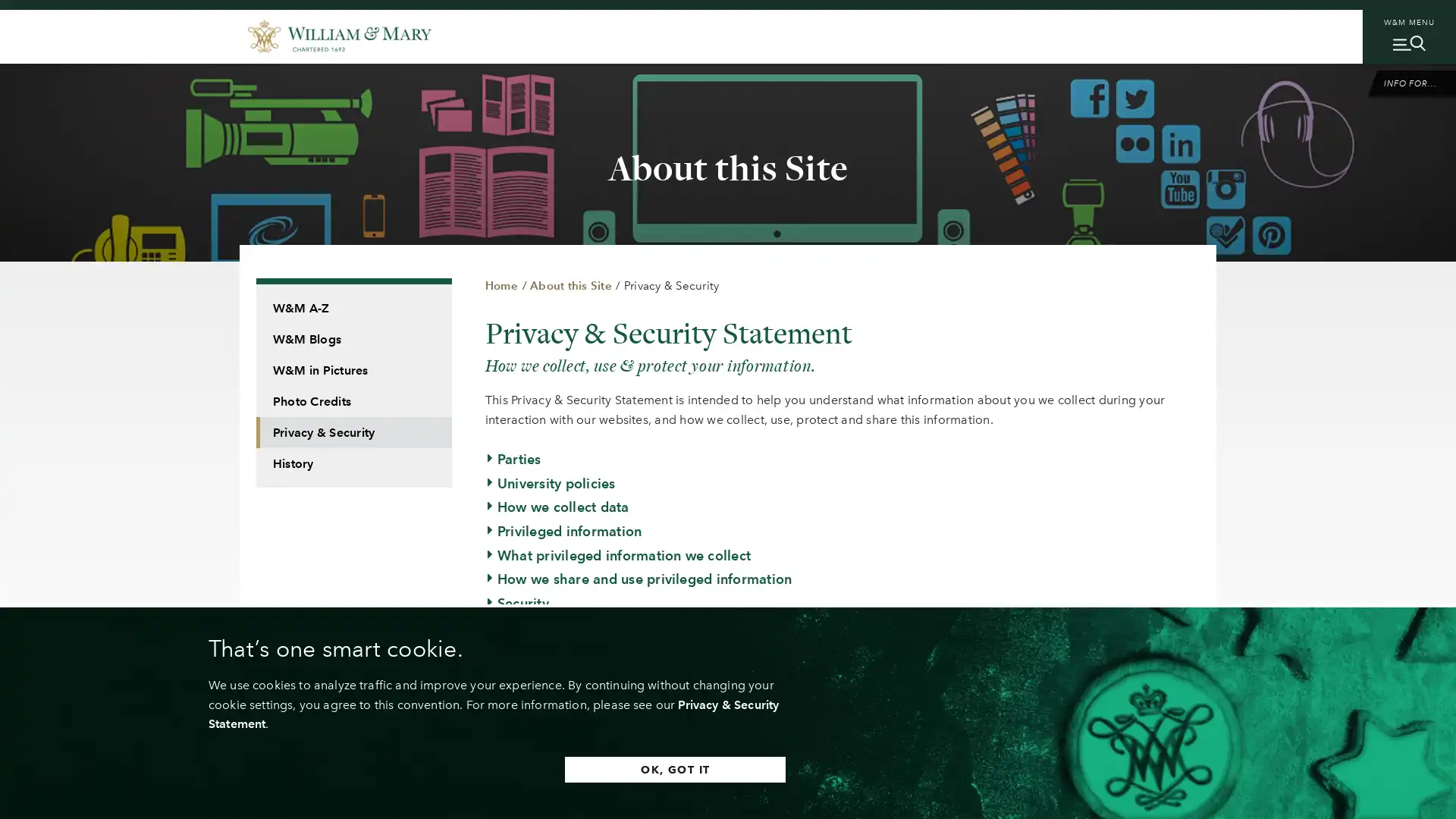  What do you see at coordinates (556, 507) in the screenshot?
I see `How we collect data` at bounding box center [556, 507].